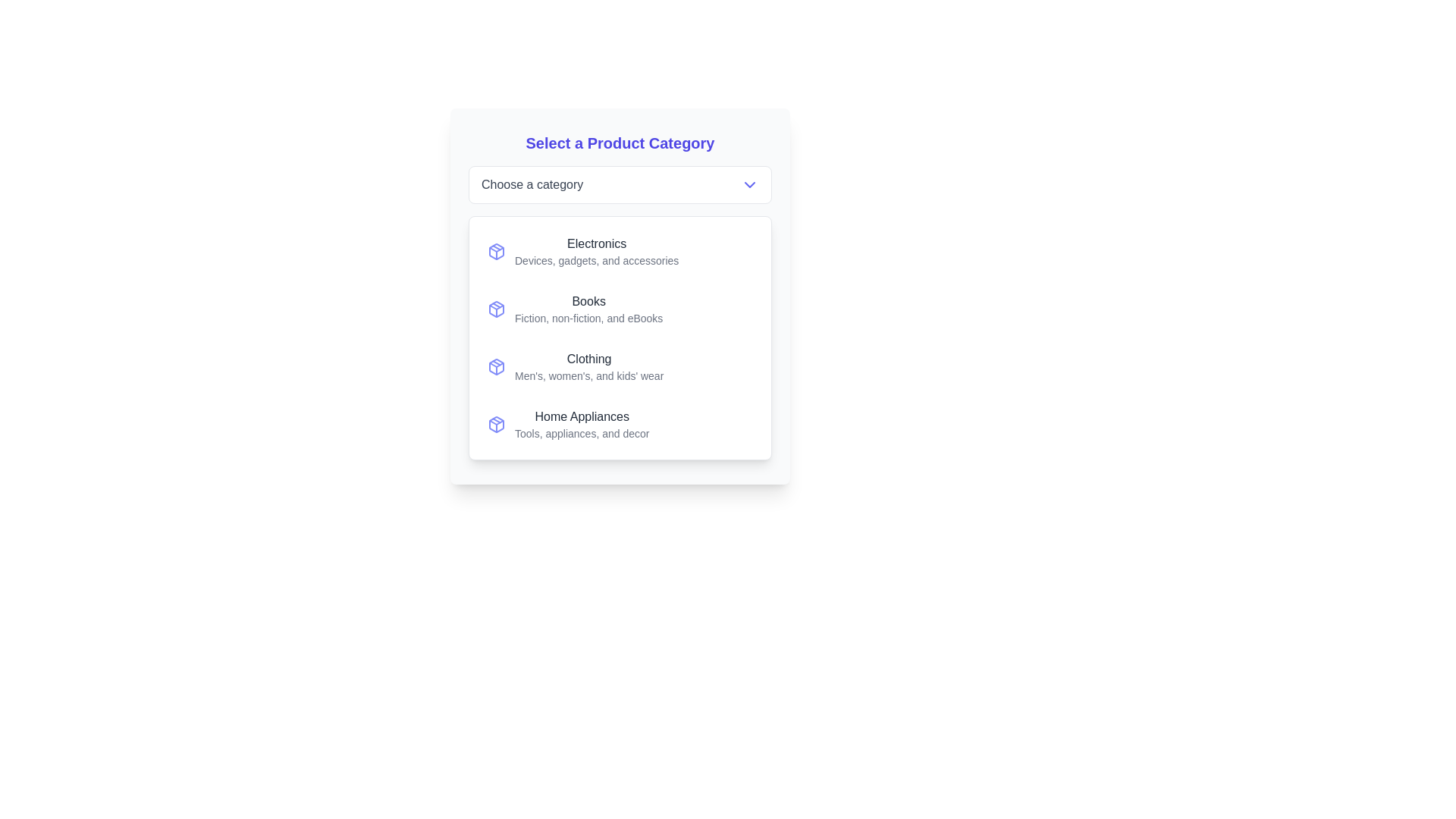 This screenshot has height=819, width=1456. What do you see at coordinates (588, 359) in the screenshot?
I see `the 'Clothing' heading text, which is prominently displayed in bold dark gray within a list of categories` at bounding box center [588, 359].